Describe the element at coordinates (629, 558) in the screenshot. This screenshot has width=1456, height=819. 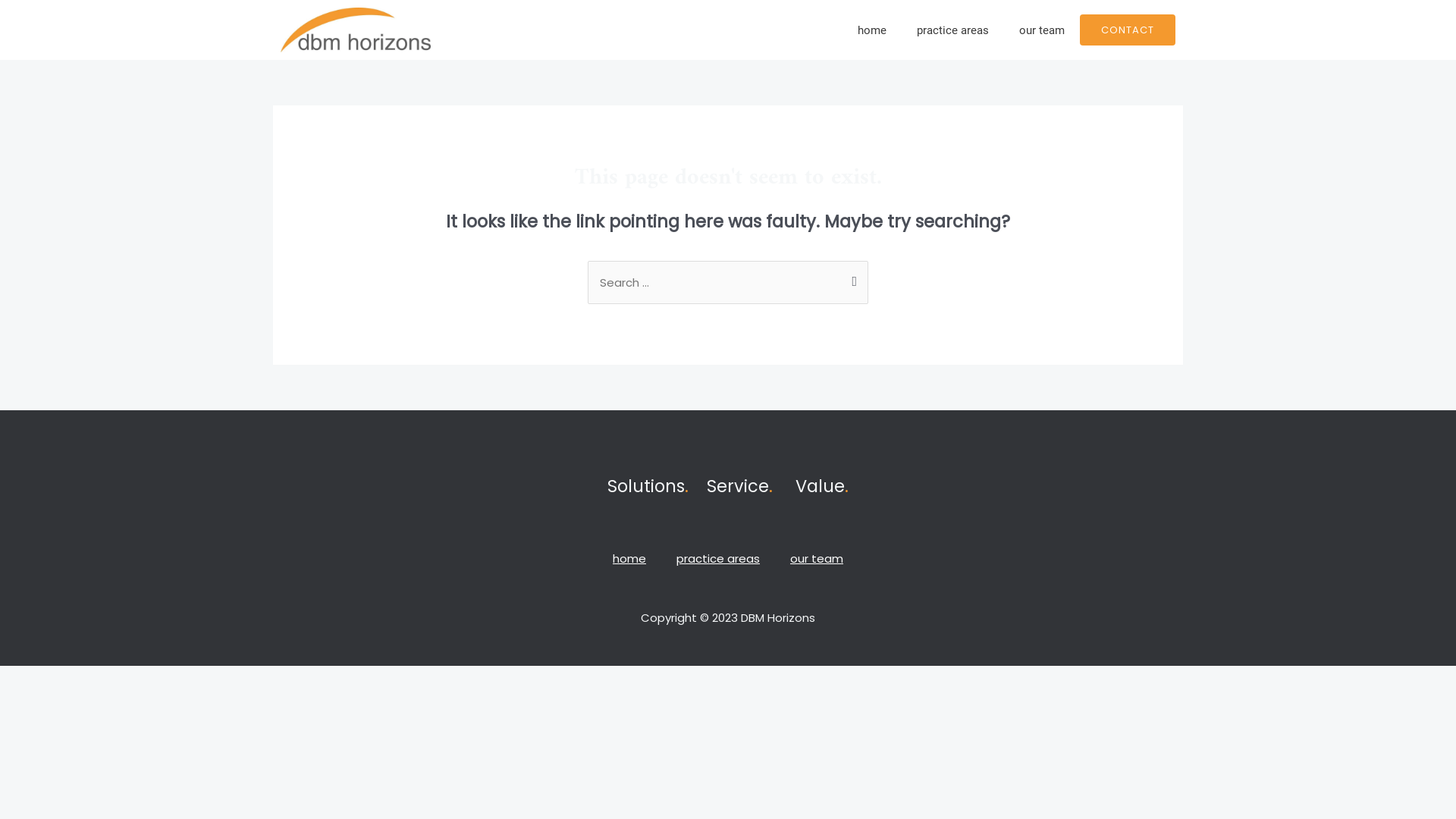
I see `'home'` at that location.